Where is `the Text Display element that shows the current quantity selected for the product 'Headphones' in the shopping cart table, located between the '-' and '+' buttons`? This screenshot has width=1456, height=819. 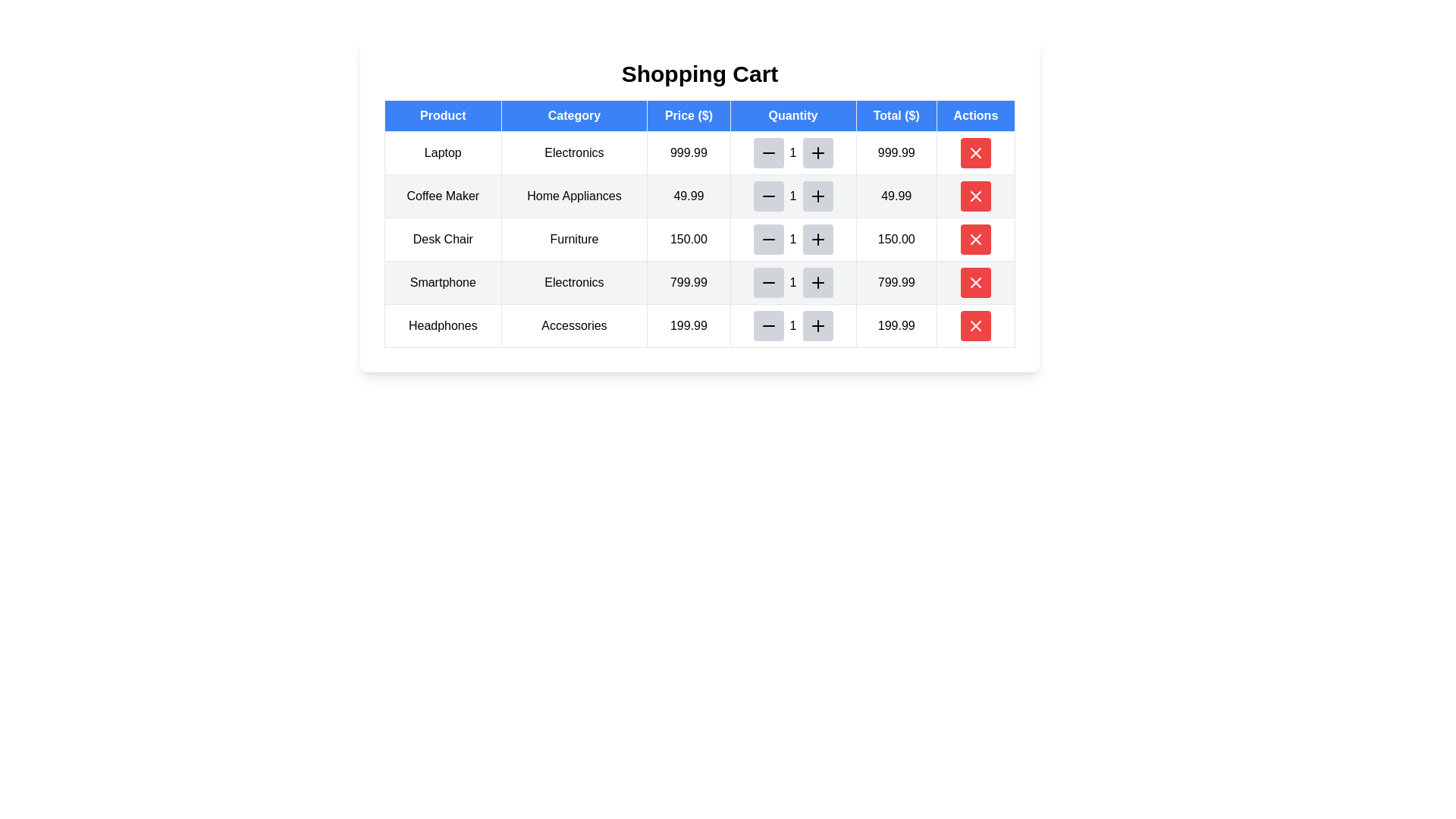 the Text Display element that shows the current quantity selected for the product 'Headphones' in the shopping cart table, located between the '-' and '+' buttons is located at coordinates (792, 325).